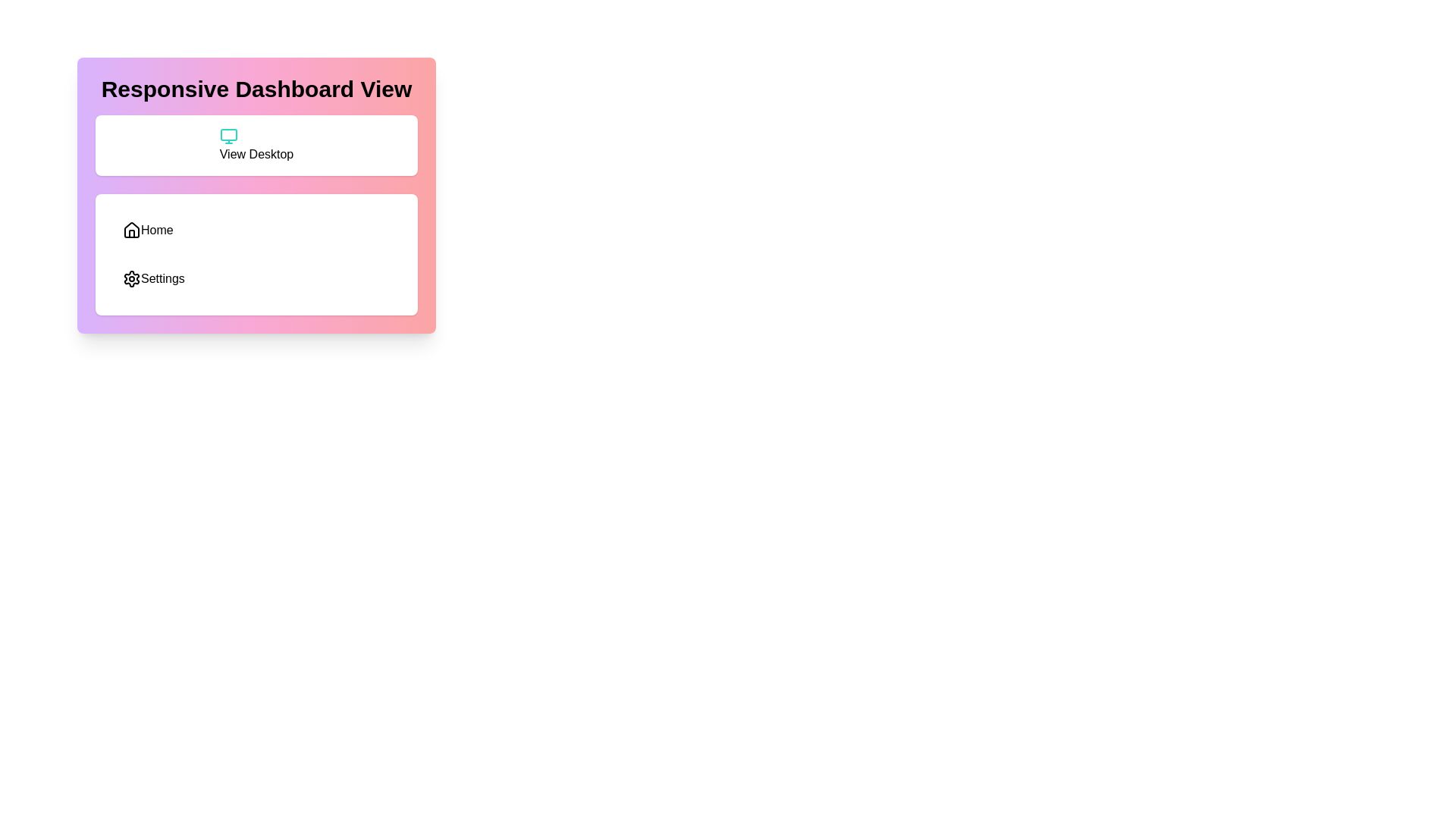 The height and width of the screenshot is (819, 1456). Describe the element at coordinates (131, 234) in the screenshot. I see `the rectangular house base icon component located to the left of the 'Home' label in the dashboard interface` at that location.